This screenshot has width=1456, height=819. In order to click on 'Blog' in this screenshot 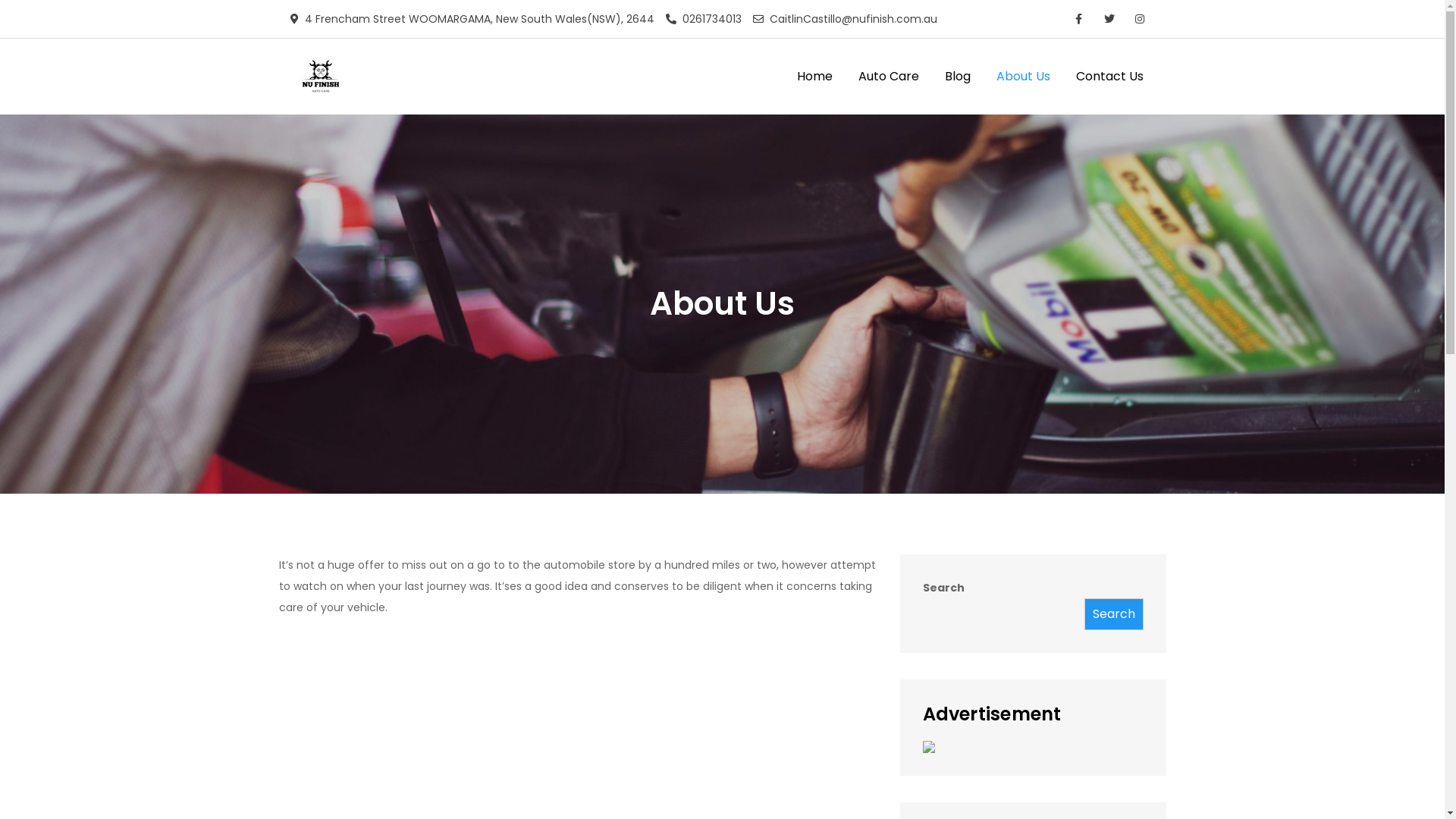, I will do `click(956, 76)`.